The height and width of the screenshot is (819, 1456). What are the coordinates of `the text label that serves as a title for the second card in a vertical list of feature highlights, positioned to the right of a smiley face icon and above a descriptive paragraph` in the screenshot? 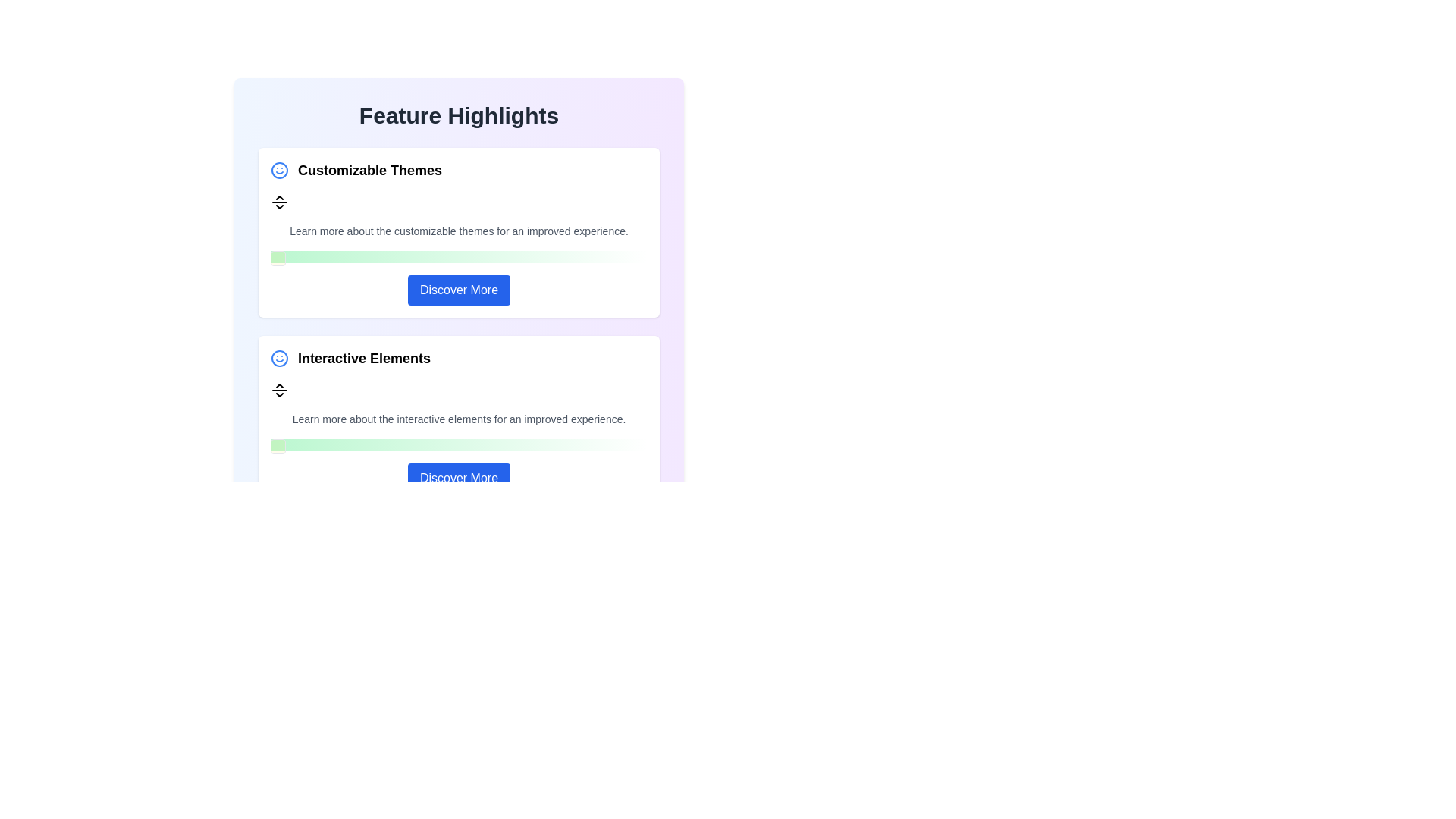 It's located at (364, 359).